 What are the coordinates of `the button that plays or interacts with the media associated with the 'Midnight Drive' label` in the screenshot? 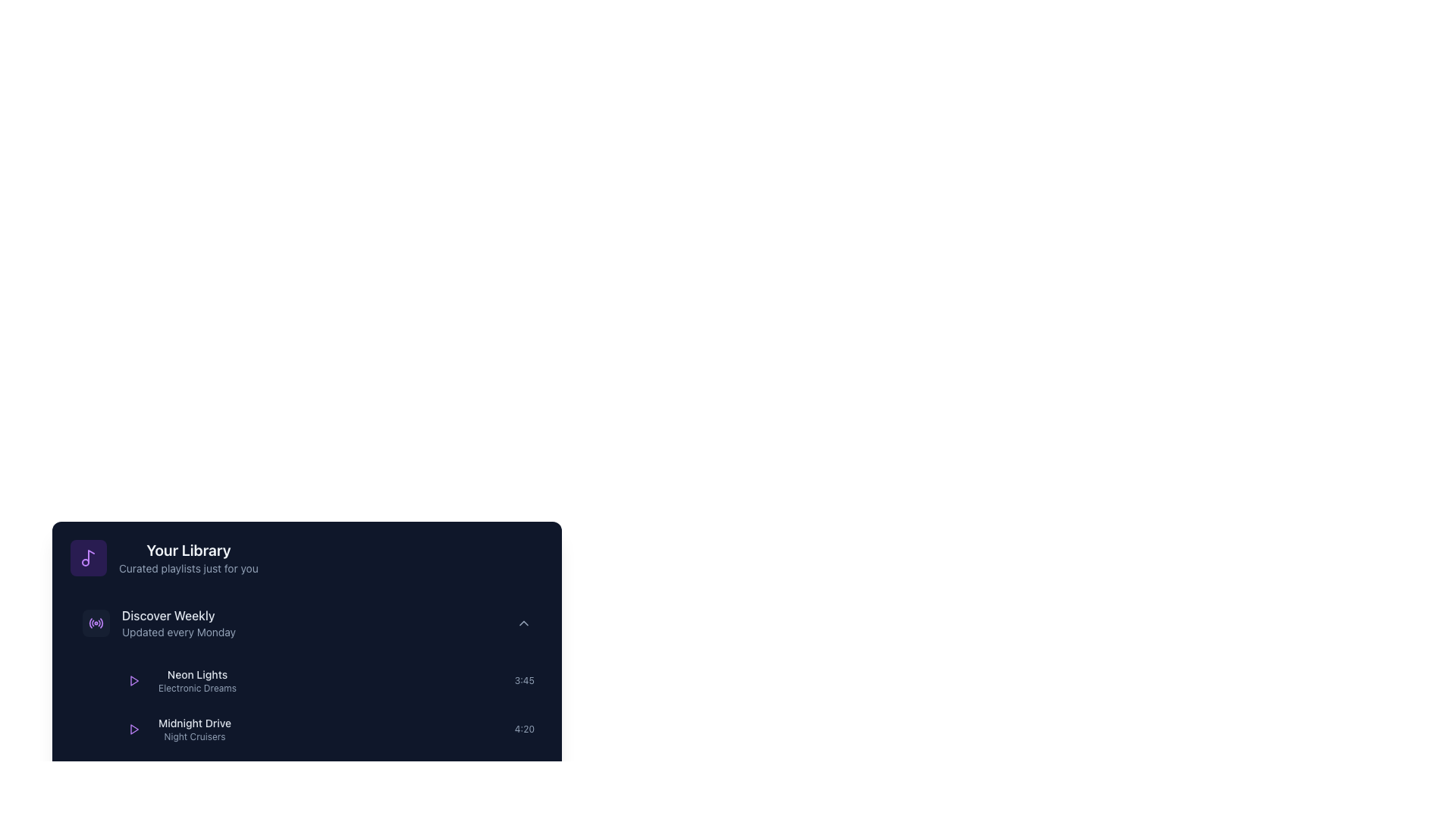 It's located at (134, 728).